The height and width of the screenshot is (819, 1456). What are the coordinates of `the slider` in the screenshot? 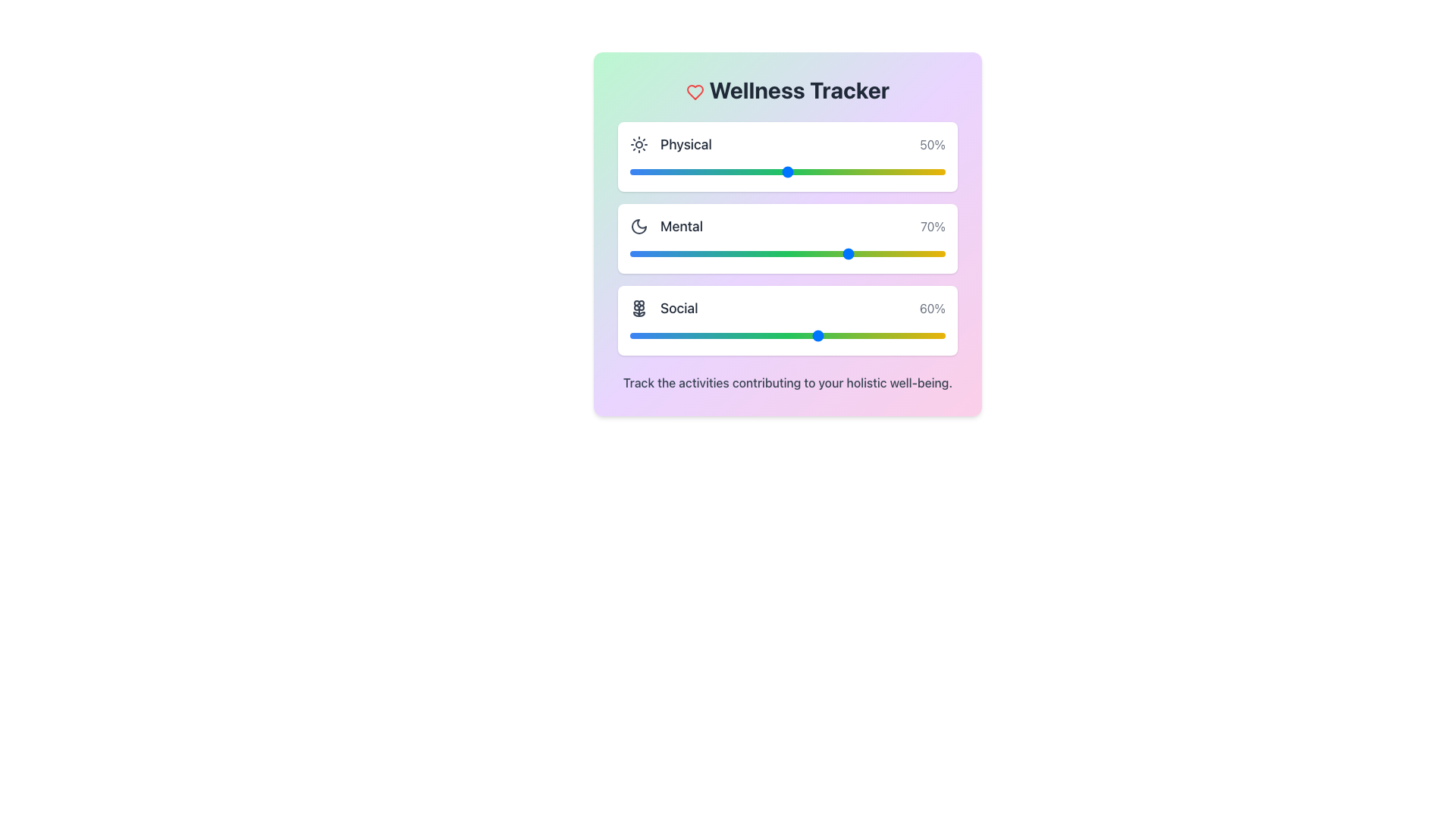 It's located at (765, 253).